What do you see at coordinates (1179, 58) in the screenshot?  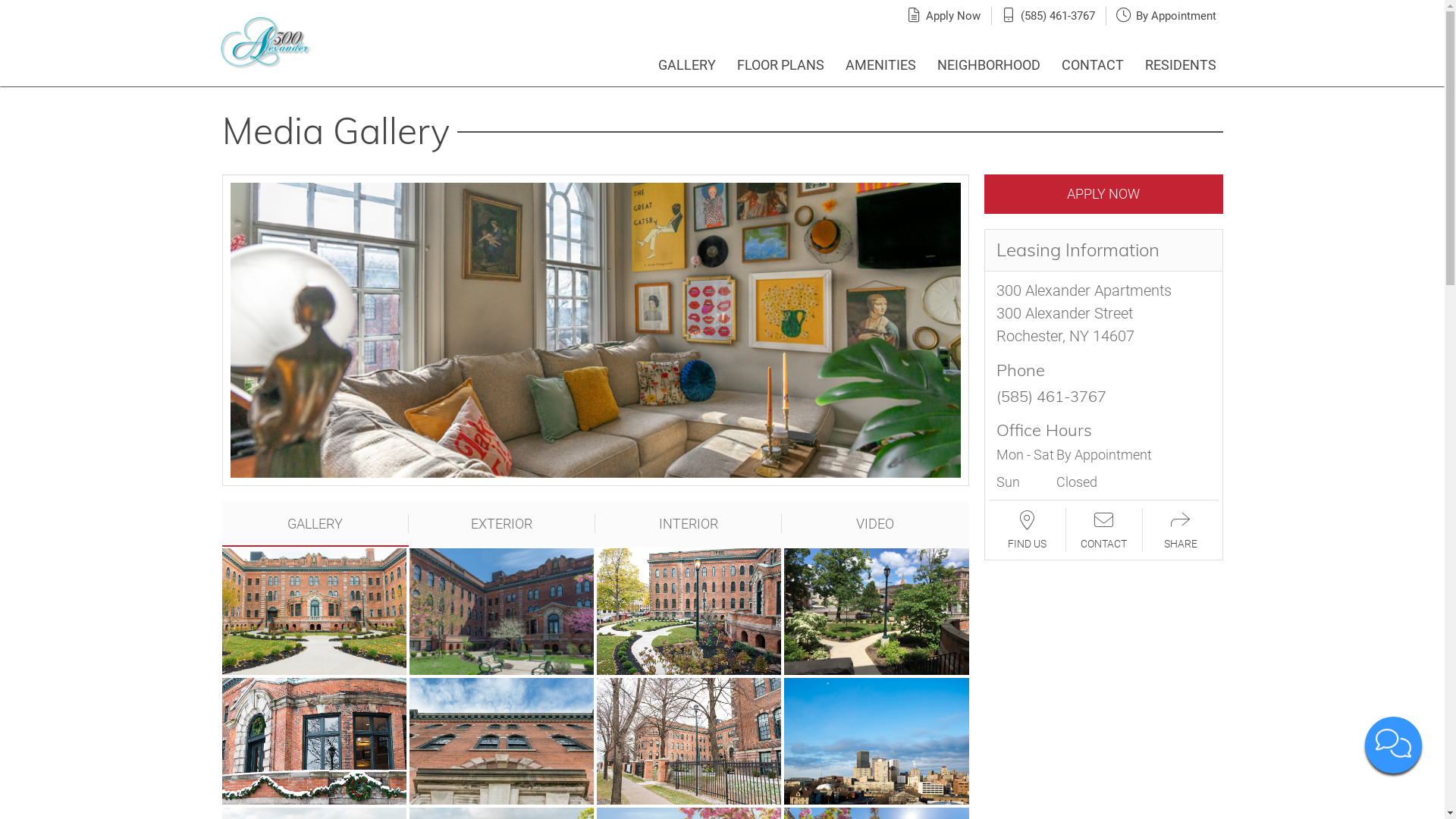 I see `'RESIDENTS'` at bounding box center [1179, 58].